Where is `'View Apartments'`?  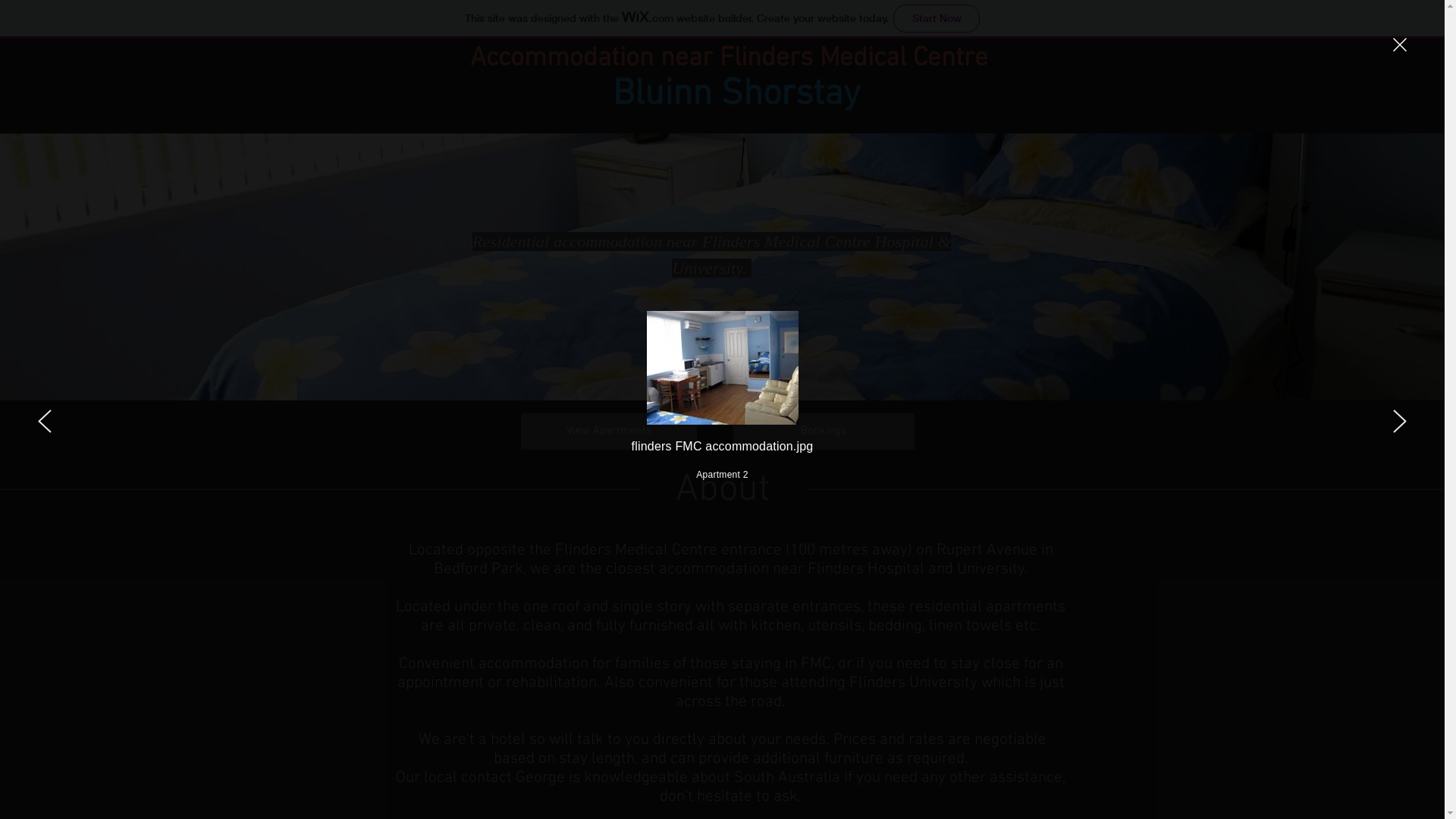 'View Apartments' is located at coordinates (607, 430).